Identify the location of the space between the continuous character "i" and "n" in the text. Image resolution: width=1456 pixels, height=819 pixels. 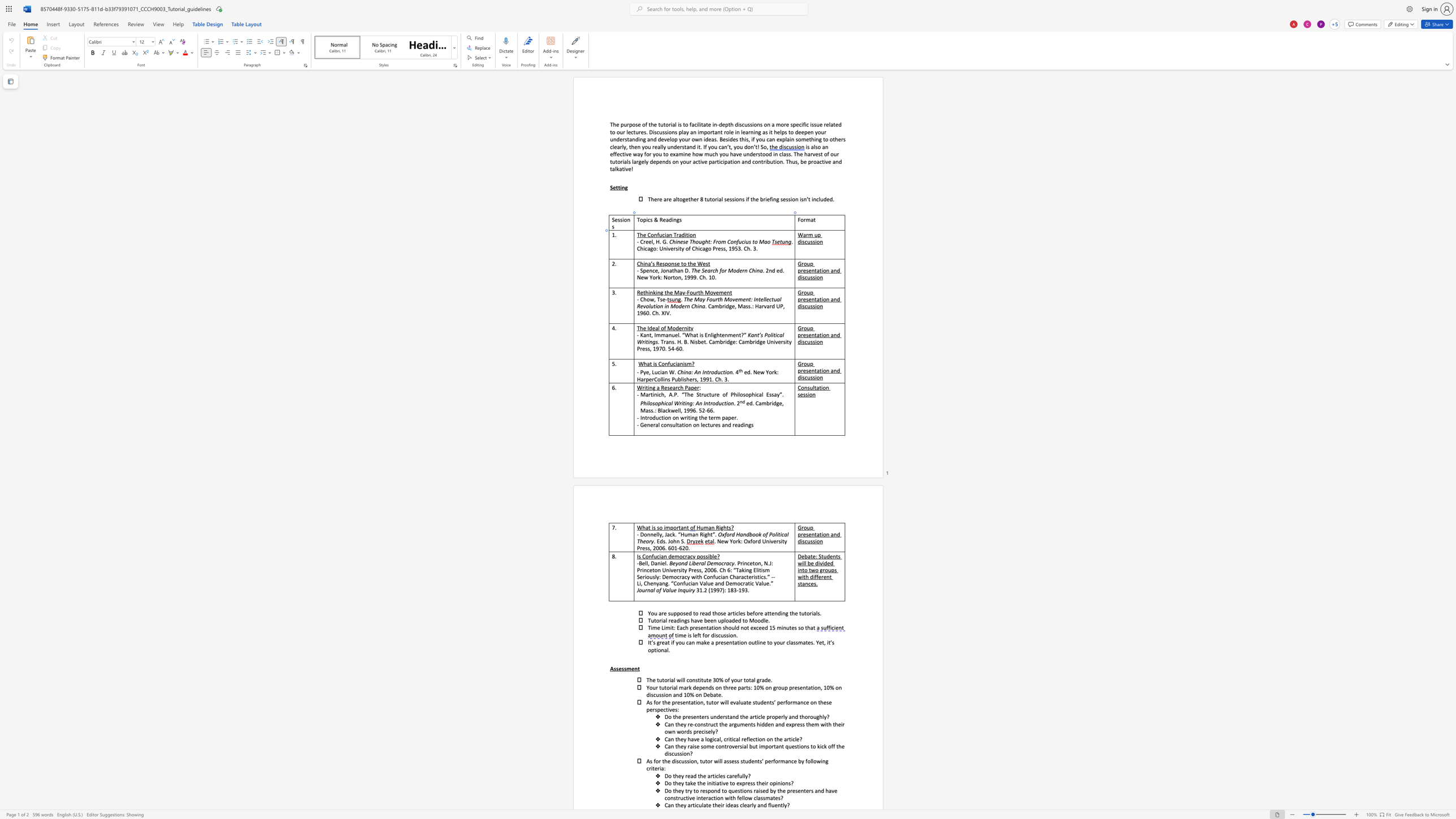
(644, 263).